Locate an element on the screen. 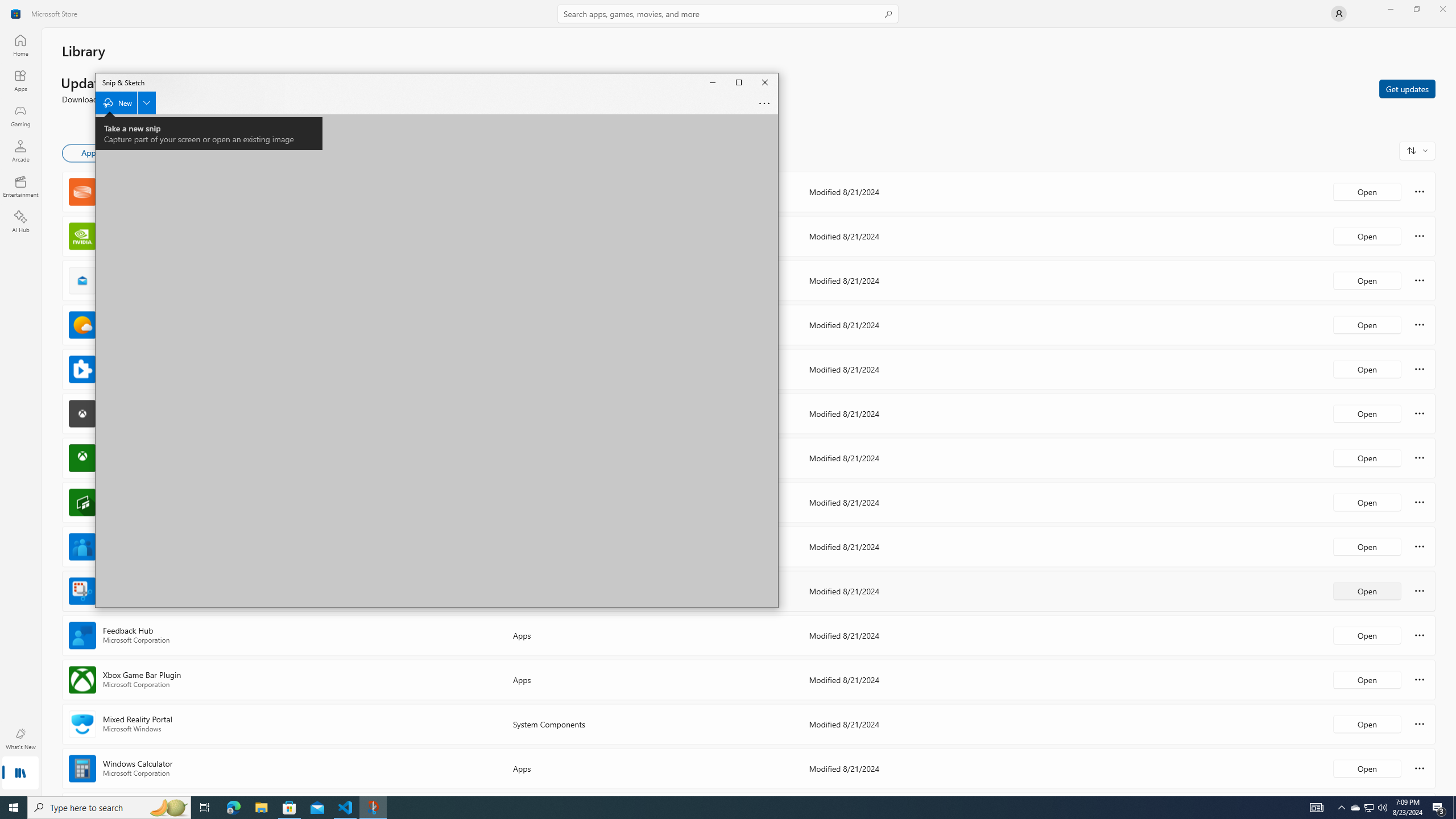 The height and width of the screenshot is (819, 1456). 'Search highlights icon opens search home window' is located at coordinates (167, 806).